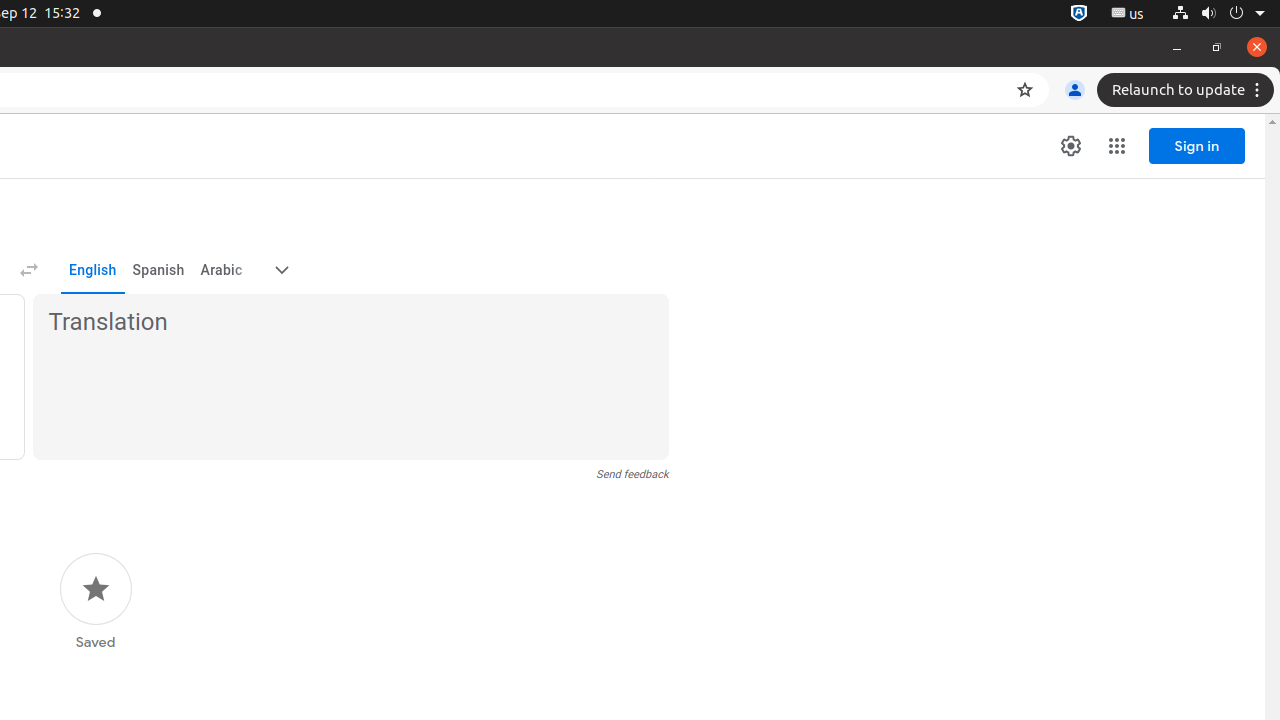 This screenshot has height=720, width=1280. What do you see at coordinates (1197, 145) in the screenshot?
I see `'Sign in'` at bounding box center [1197, 145].